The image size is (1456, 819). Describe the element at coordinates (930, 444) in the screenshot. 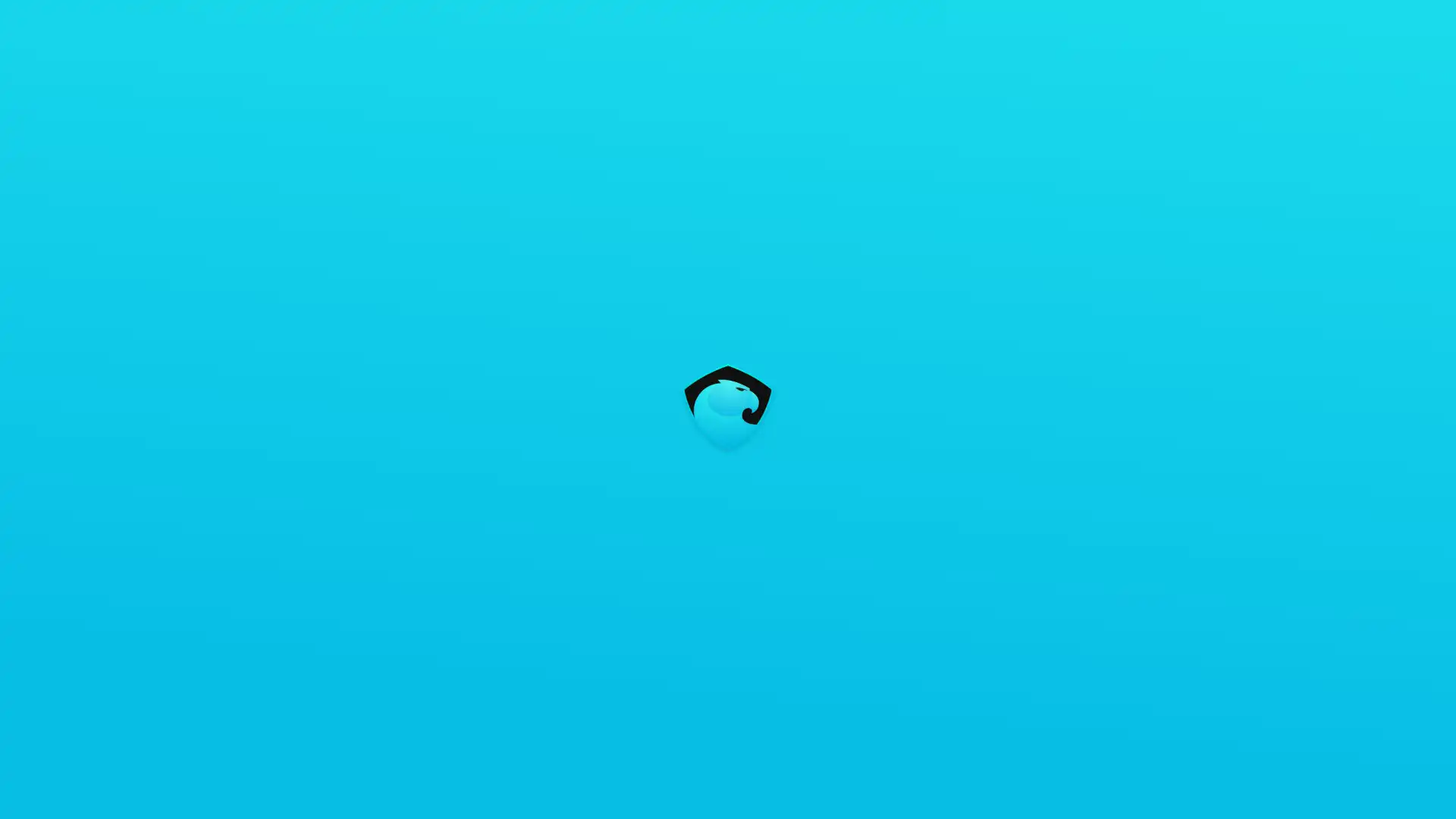

I see `Lightwave MEMBERSHIP` at that location.